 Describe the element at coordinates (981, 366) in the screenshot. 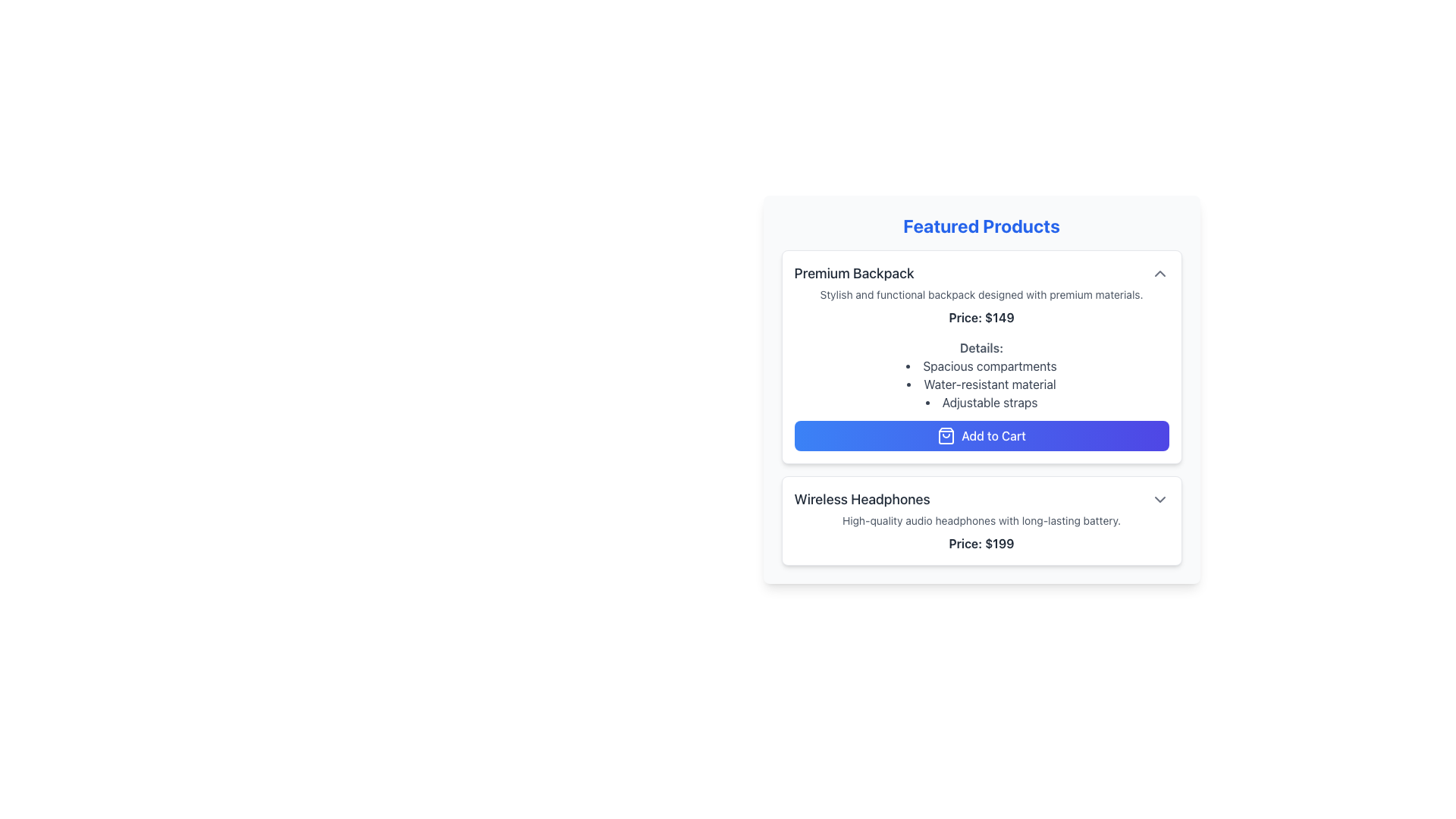

I see `the text element that reads 'Spacious compartments', the first item in the bullet-point list under the 'Details' section of the 'Premium Backpack' product description` at that location.